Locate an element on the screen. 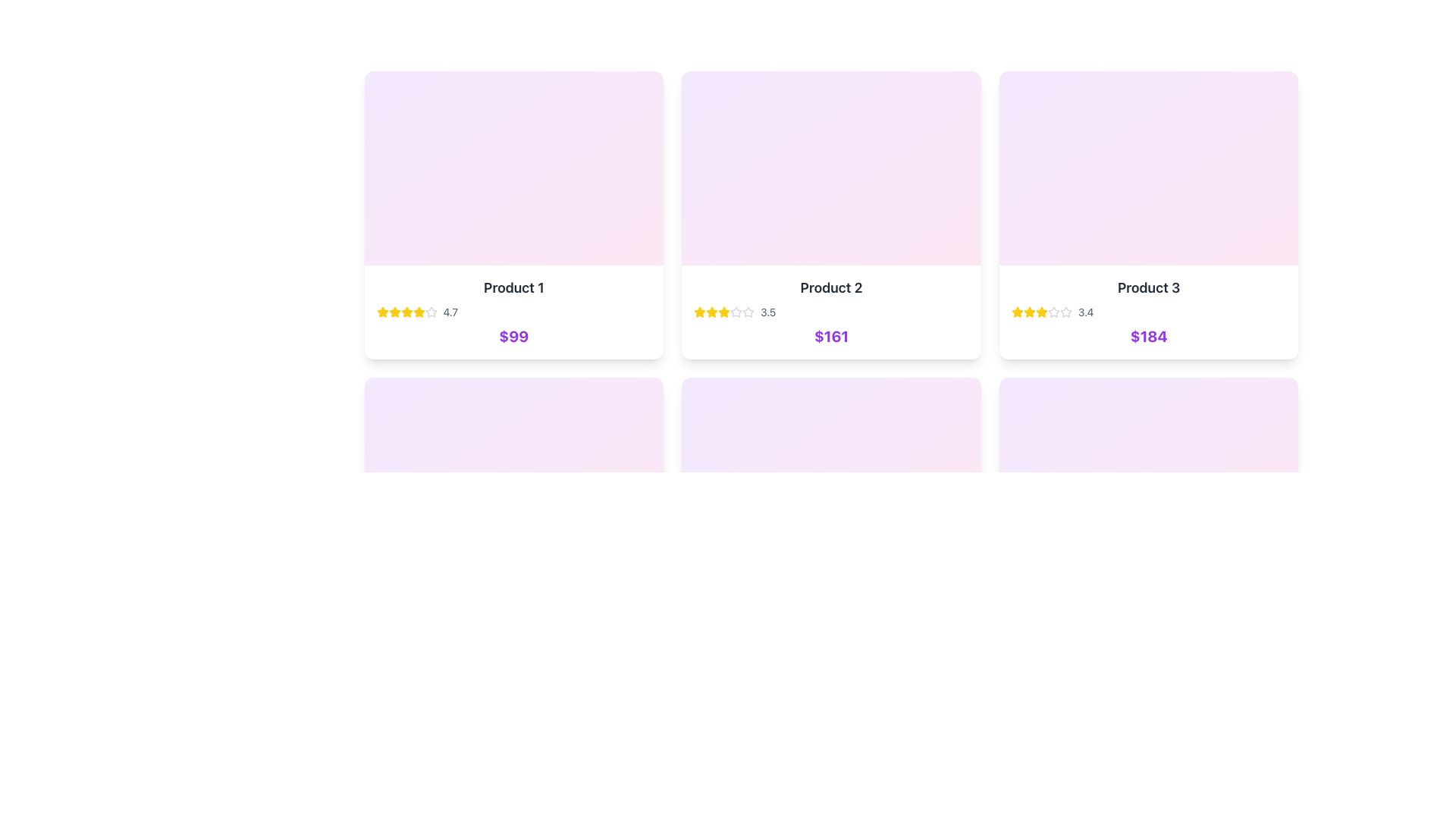  the horizontal button group in the top right corner of the 'Product 1' card layout is located at coordinates (624, 93).